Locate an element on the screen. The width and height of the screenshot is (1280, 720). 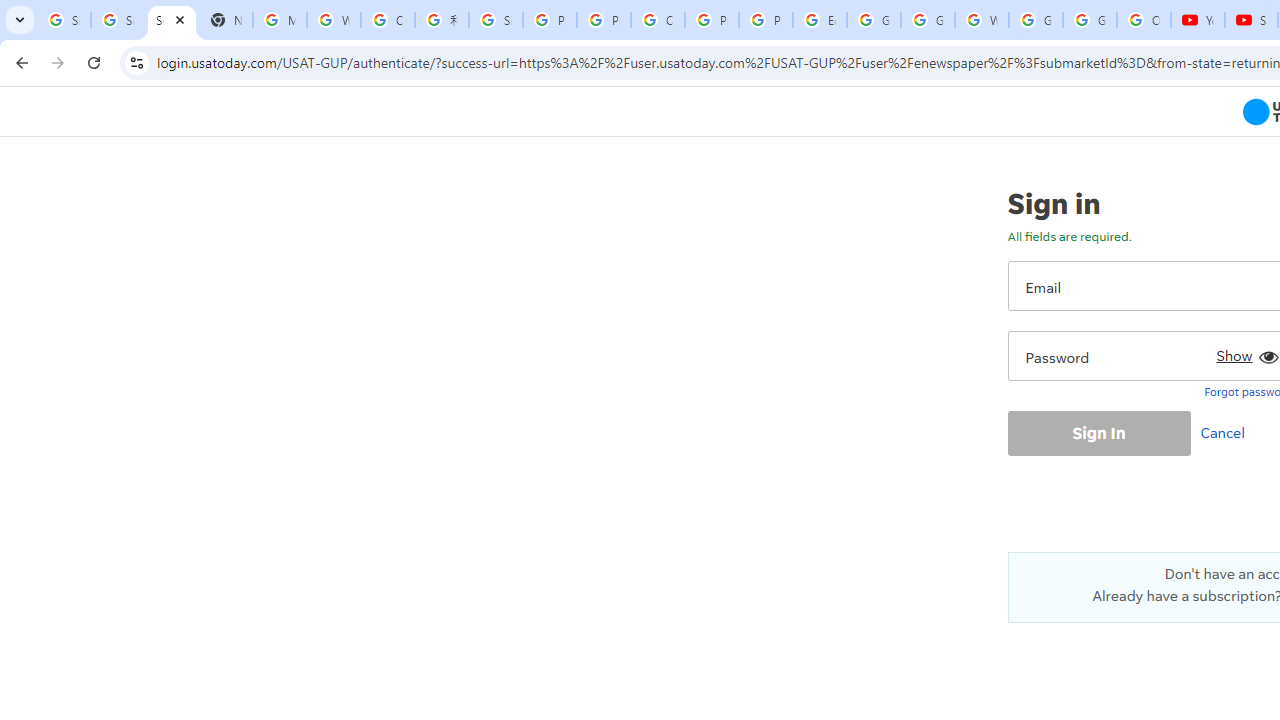
'Google Account' is located at coordinates (1088, 20).